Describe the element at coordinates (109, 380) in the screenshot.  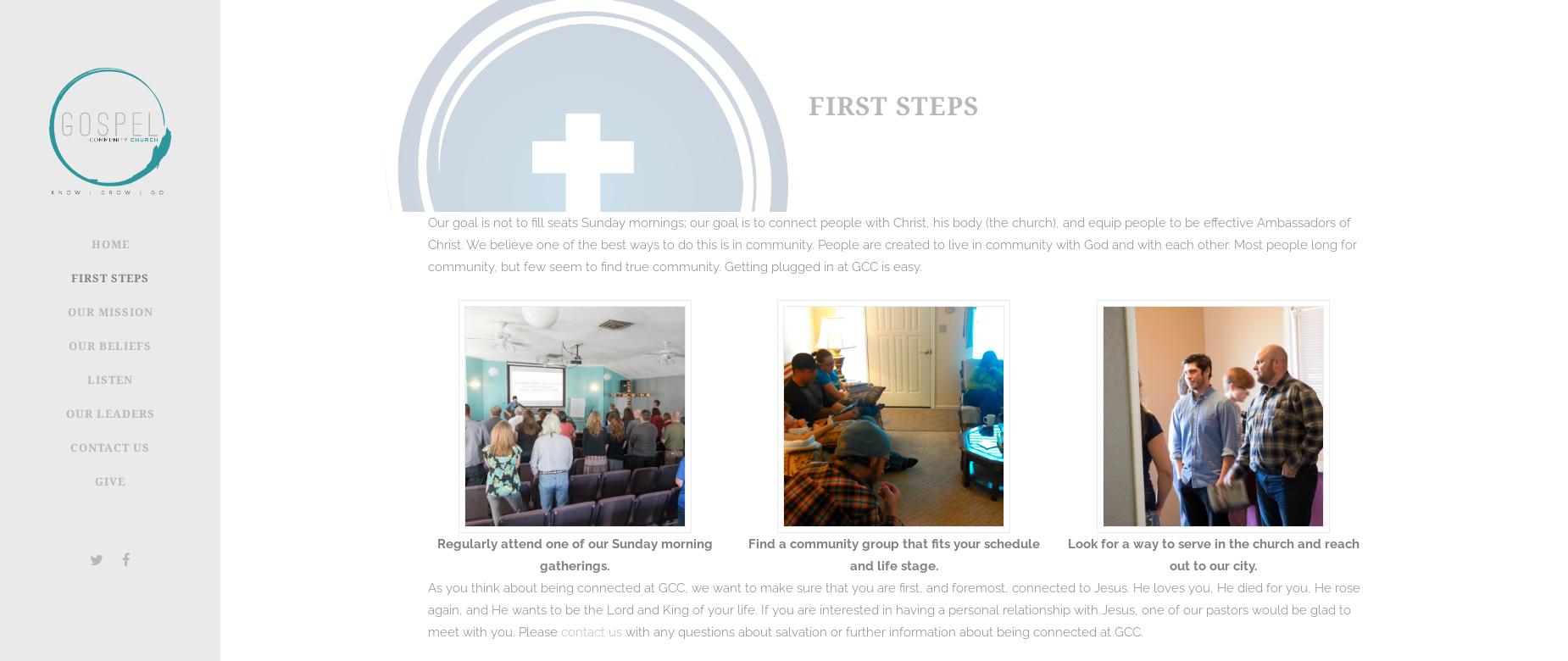
I see `'Listen'` at that location.